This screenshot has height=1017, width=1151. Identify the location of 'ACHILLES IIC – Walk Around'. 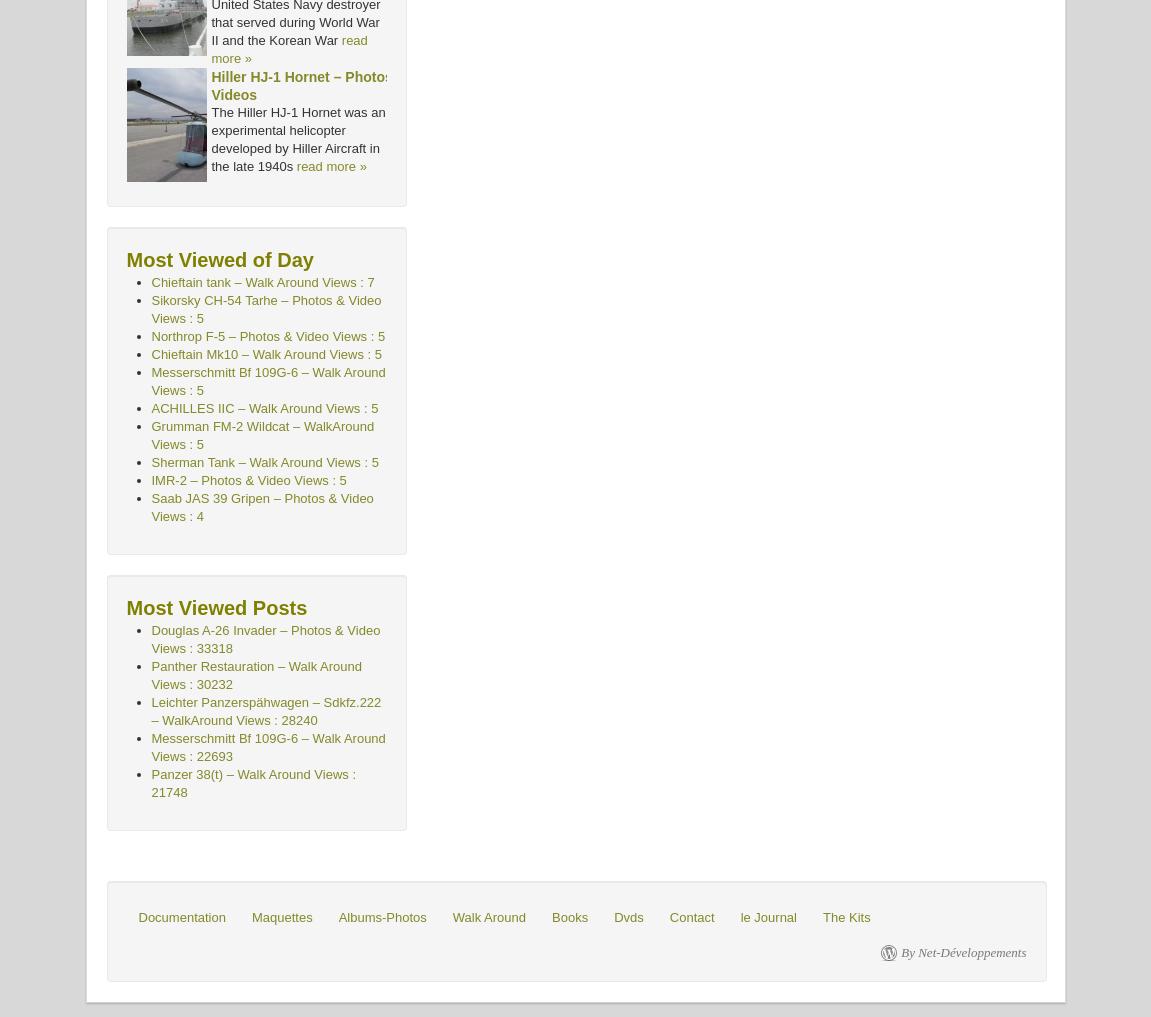
(236, 408).